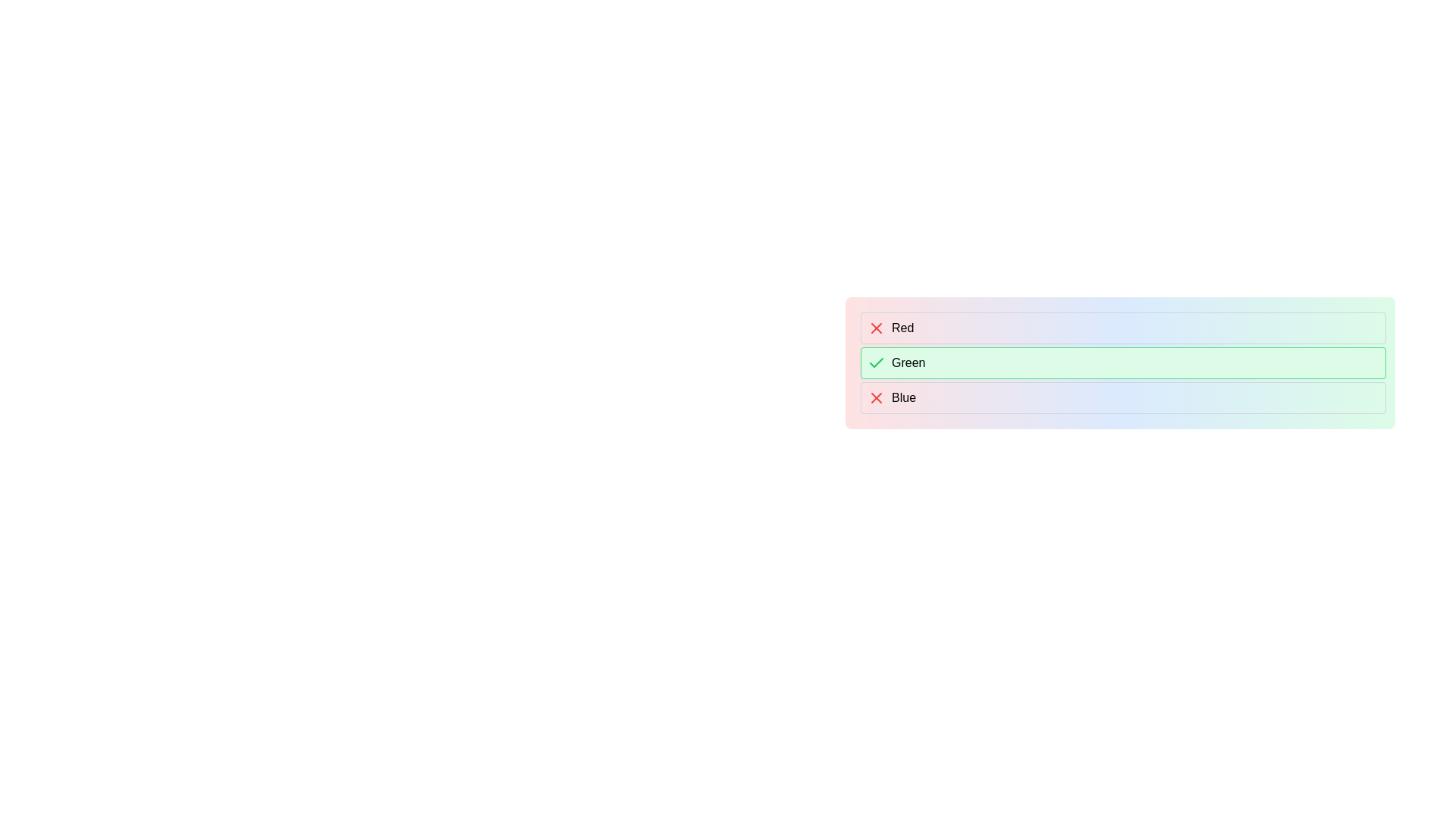 The width and height of the screenshot is (1456, 819). Describe the element at coordinates (1123, 362) in the screenshot. I see `the green button labeled 'Green' that features a checkmark icon on the left, positioned centrally below the 'Red' button and above the 'Blue' button in the vertical list` at that location.